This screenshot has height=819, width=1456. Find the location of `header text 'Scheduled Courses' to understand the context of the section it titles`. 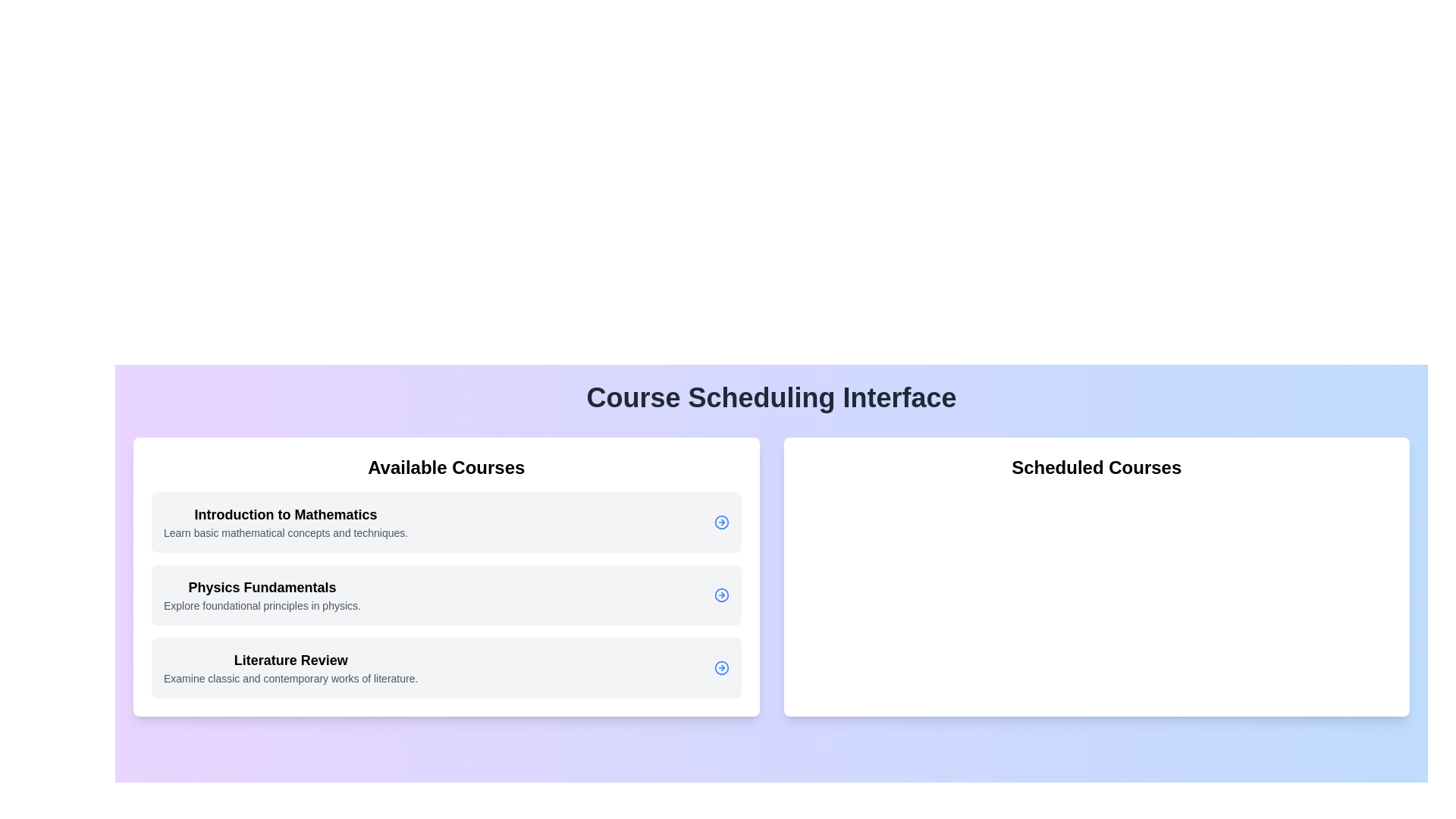

header text 'Scheduled Courses' to understand the context of the section it titles is located at coordinates (1097, 467).